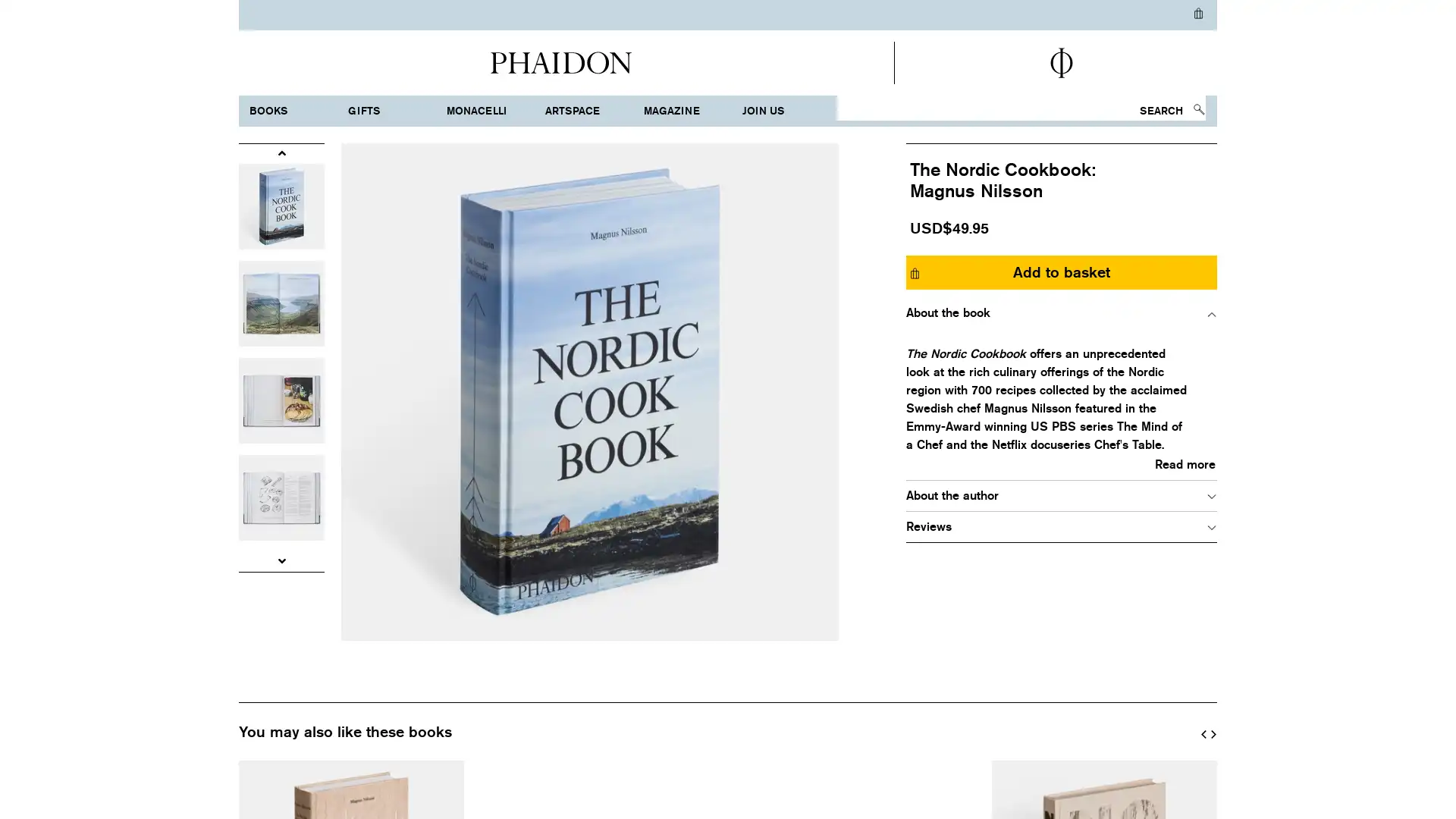 The width and height of the screenshot is (1456, 819). What do you see at coordinates (588, 391) in the screenshot?
I see `The Nordic Cookbook` at bounding box center [588, 391].